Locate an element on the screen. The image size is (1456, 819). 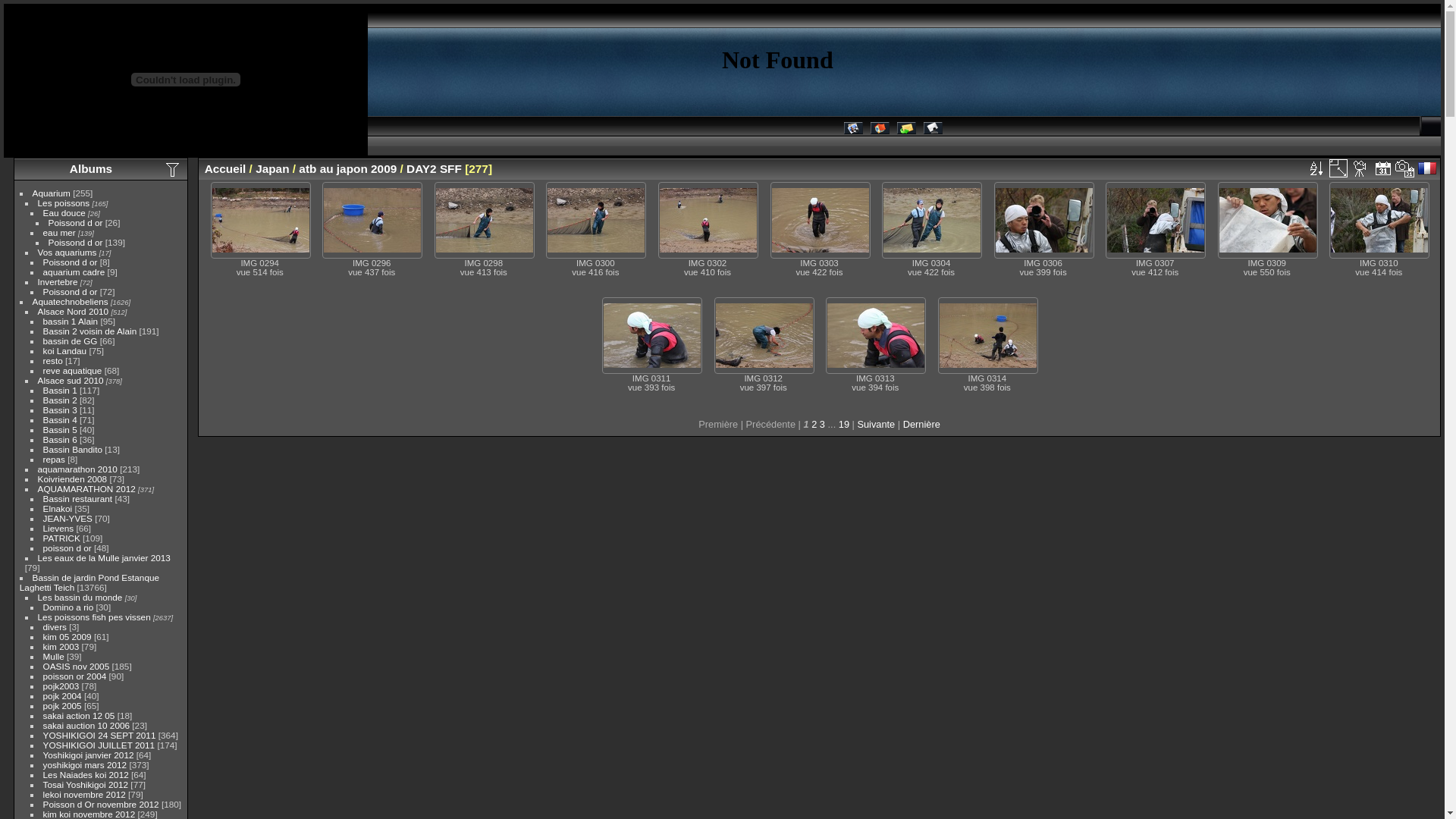
'Ordre de tri' is located at coordinates (1314, 168).